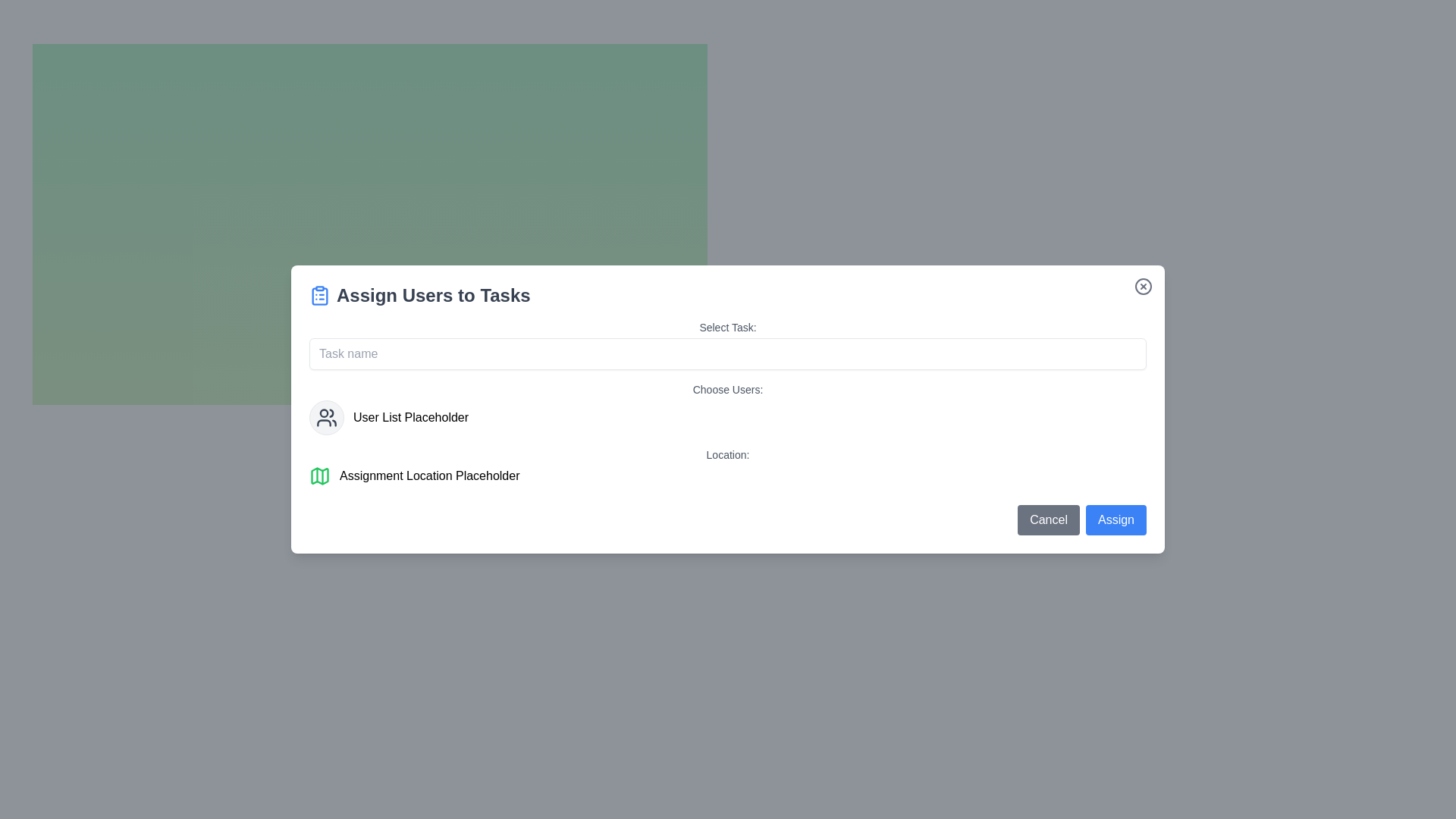 This screenshot has width=1456, height=819. What do you see at coordinates (411, 418) in the screenshot?
I see `the text label displaying 'User List Placeholder', which is centrally positioned below the task name input field and to the right of the group icon` at bounding box center [411, 418].